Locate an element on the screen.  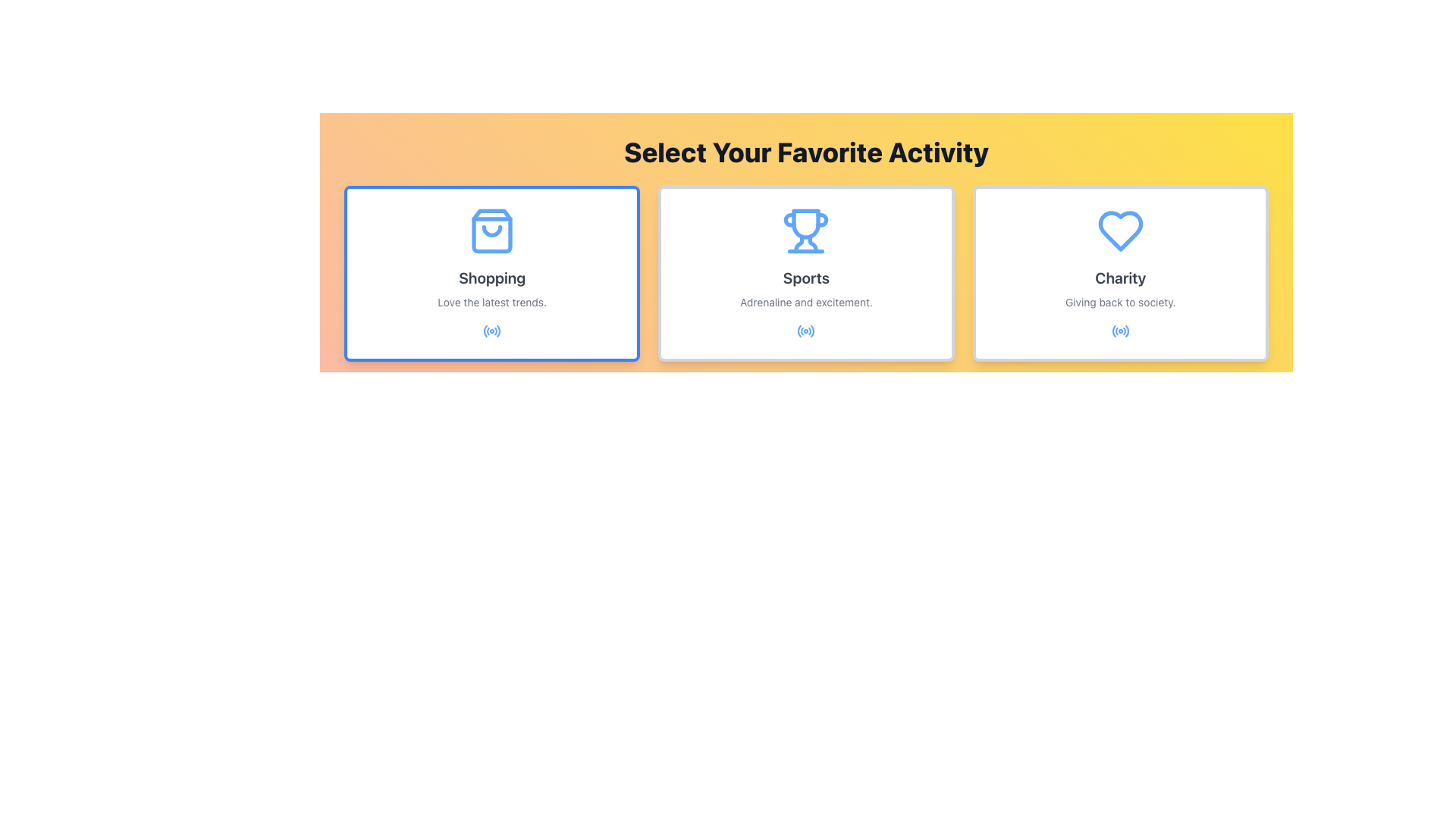
the radio selection icon located at the bottom center of the 'Shopping' card, beneath the text 'Love the latest trends.' is located at coordinates (492, 330).